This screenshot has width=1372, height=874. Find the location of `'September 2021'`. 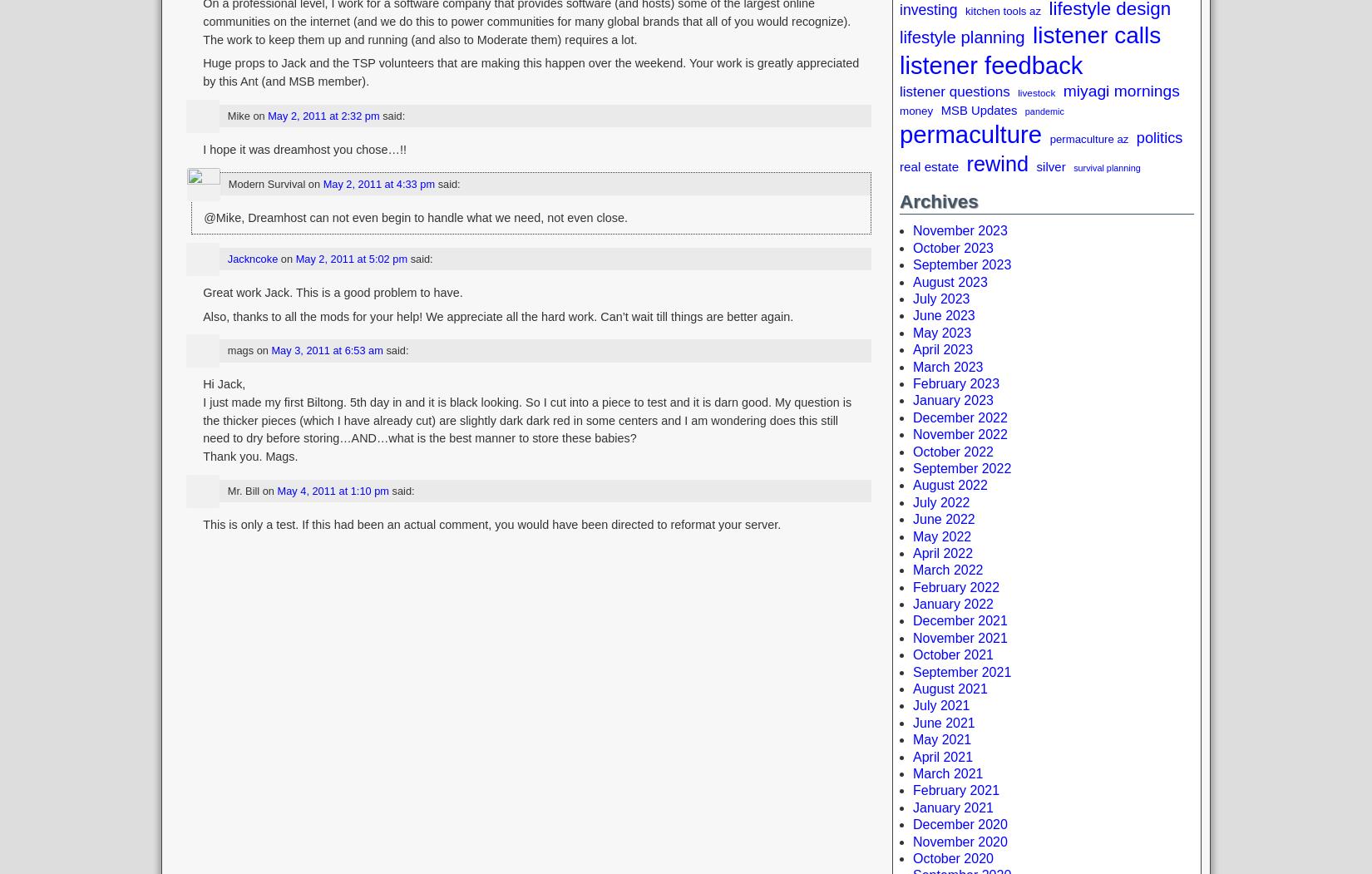

'September 2021' is located at coordinates (961, 670).